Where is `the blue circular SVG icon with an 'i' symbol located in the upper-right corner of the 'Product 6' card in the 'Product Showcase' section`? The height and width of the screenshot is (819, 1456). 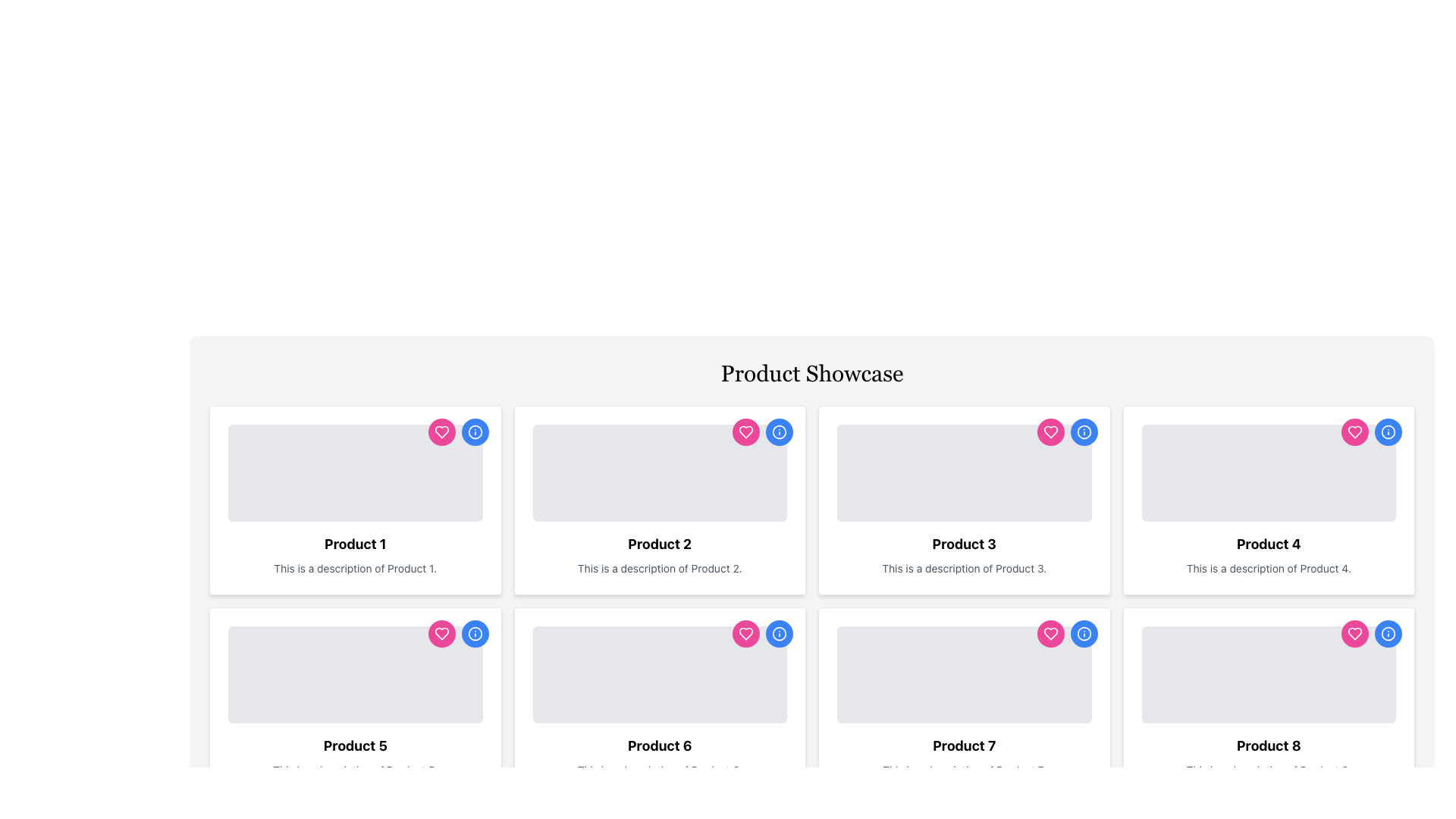 the blue circular SVG icon with an 'i' symbol located in the upper-right corner of the 'Product 6' card in the 'Product Showcase' section is located at coordinates (779, 634).